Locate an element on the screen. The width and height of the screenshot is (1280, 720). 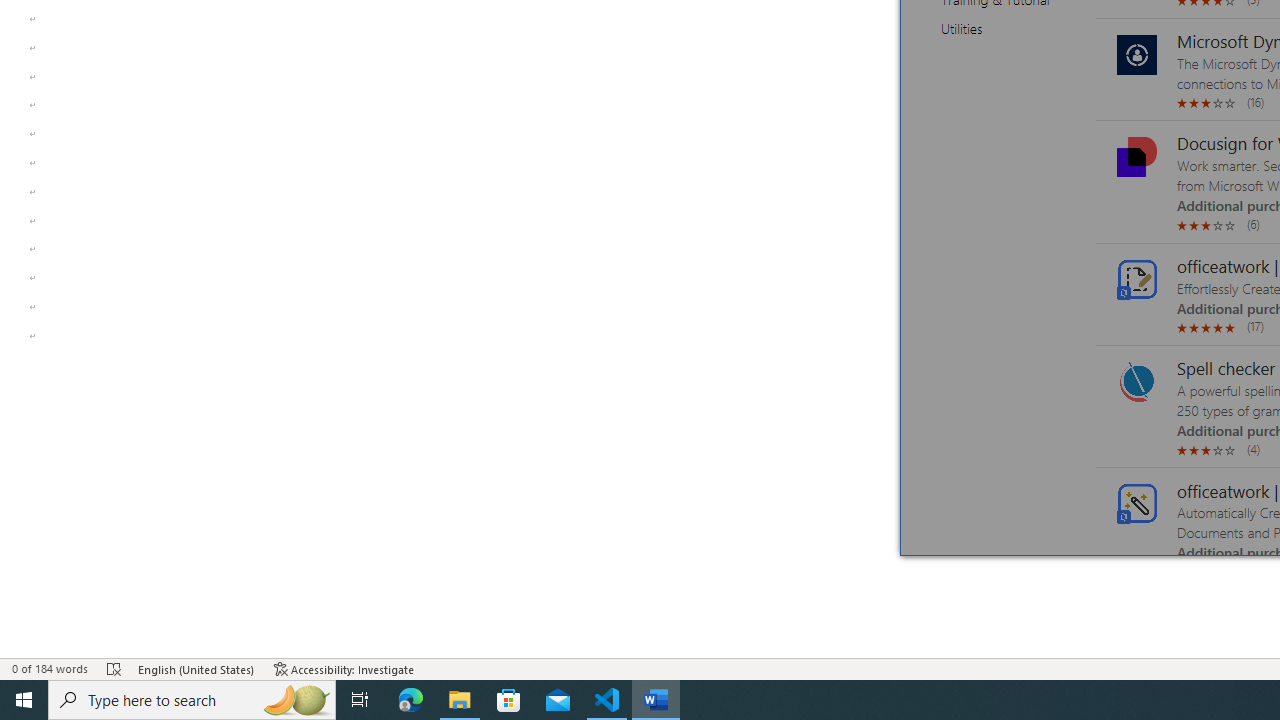
'Word - 1 running window' is located at coordinates (656, 698).